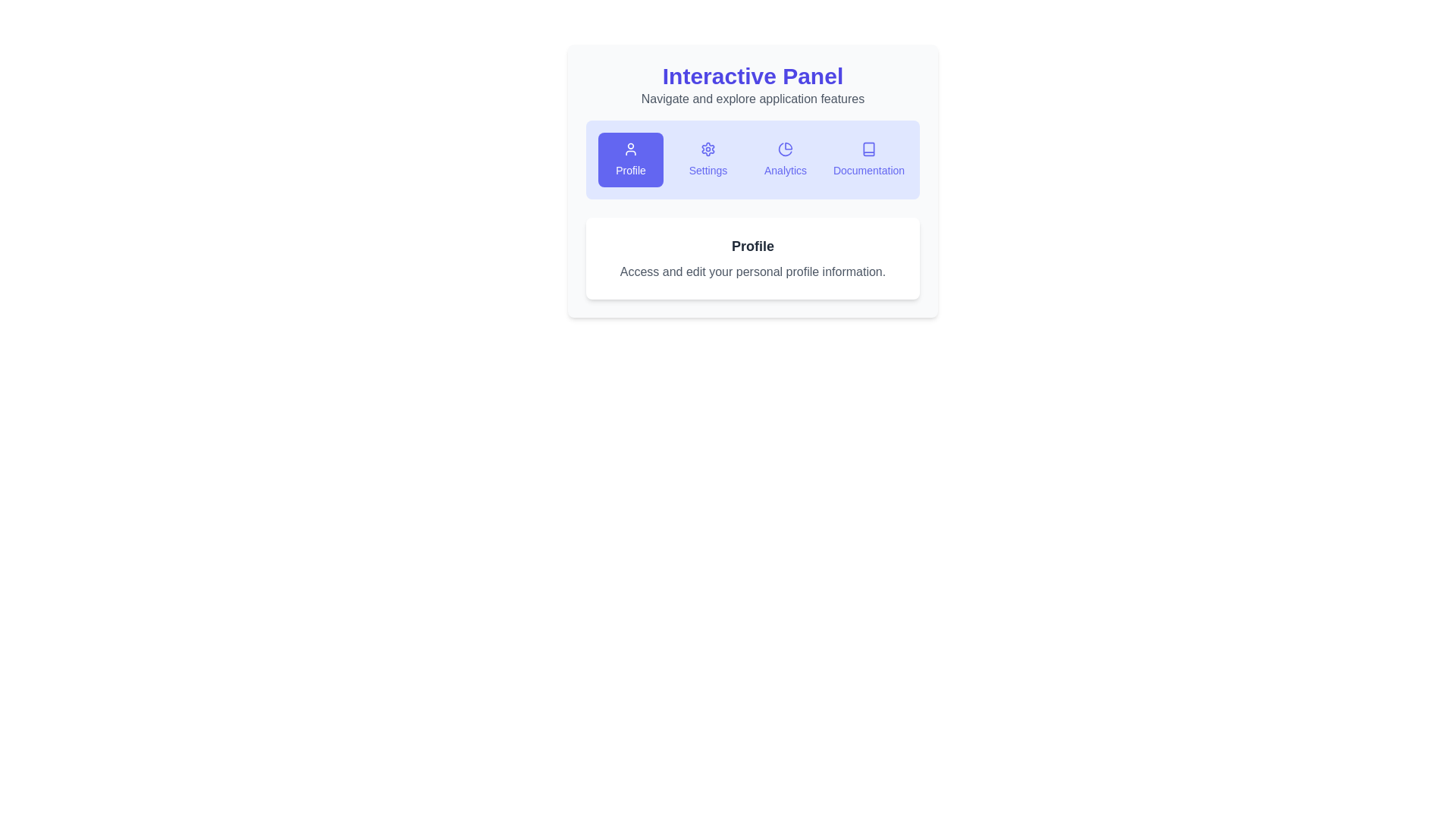  Describe the element at coordinates (786, 170) in the screenshot. I see `the 'Analytics' menu option label located below the pie chart icon, which is the third menu option from the left in the panel` at that location.